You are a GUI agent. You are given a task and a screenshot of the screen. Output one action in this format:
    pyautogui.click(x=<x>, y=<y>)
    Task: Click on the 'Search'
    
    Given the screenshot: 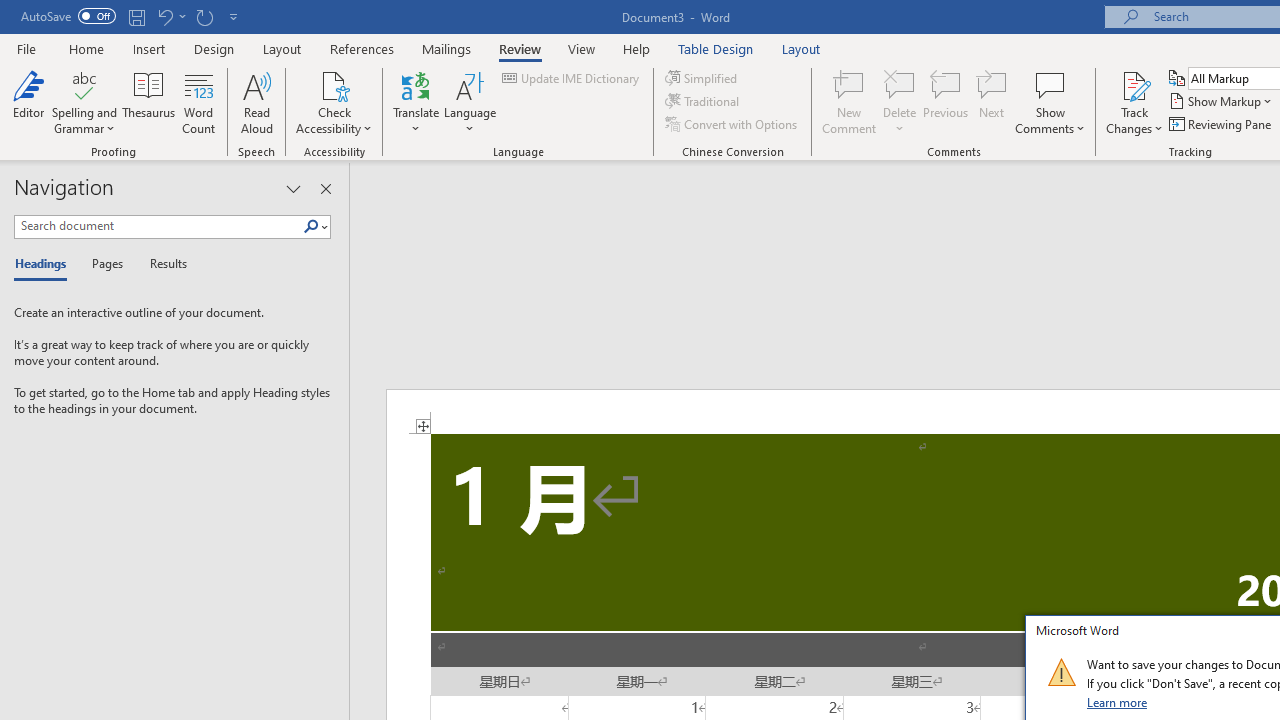 What is the action you would take?
    pyautogui.click(x=314, y=226)
    